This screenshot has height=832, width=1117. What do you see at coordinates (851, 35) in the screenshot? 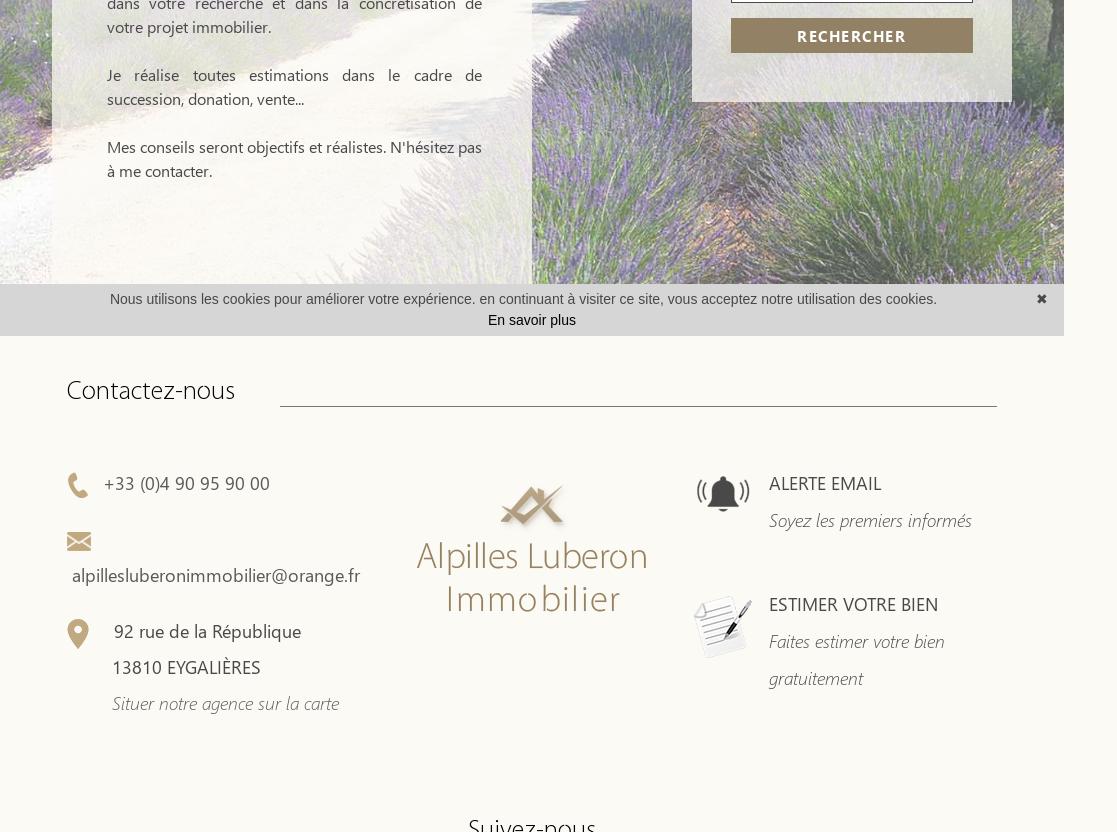
I see `'rechercher'` at bounding box center [851, 35].